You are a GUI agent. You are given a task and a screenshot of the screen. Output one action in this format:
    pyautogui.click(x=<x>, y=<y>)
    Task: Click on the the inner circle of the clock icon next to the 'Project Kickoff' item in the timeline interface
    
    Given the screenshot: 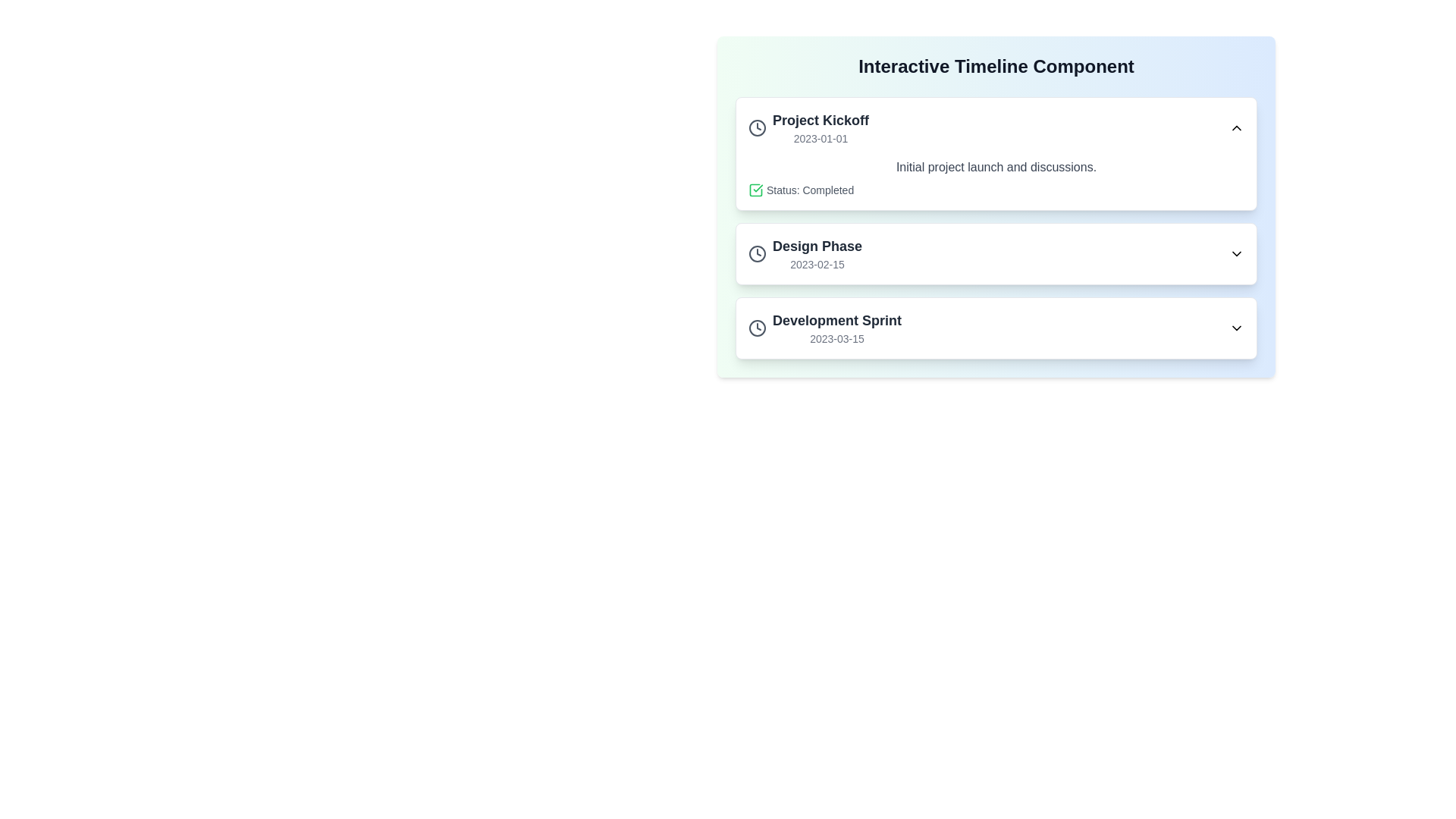 What is the action you would take?
    pyautogui.click(x=757, y=127)
    